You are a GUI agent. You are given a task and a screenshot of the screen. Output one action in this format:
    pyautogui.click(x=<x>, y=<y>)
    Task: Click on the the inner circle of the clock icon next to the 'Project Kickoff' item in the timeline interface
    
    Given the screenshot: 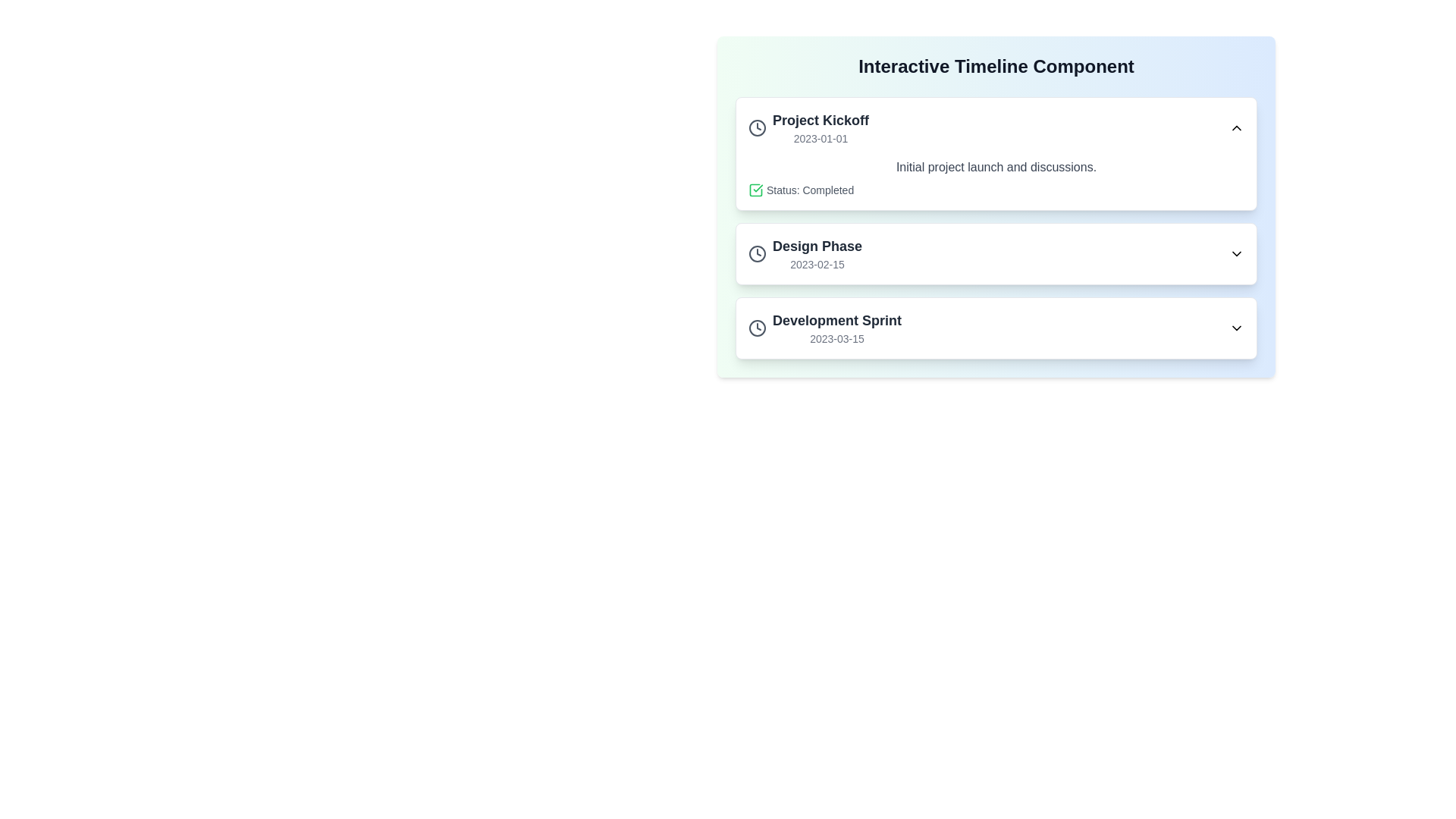 What is the action you would take?
    pyautogui.click(x=757, y=127)
    